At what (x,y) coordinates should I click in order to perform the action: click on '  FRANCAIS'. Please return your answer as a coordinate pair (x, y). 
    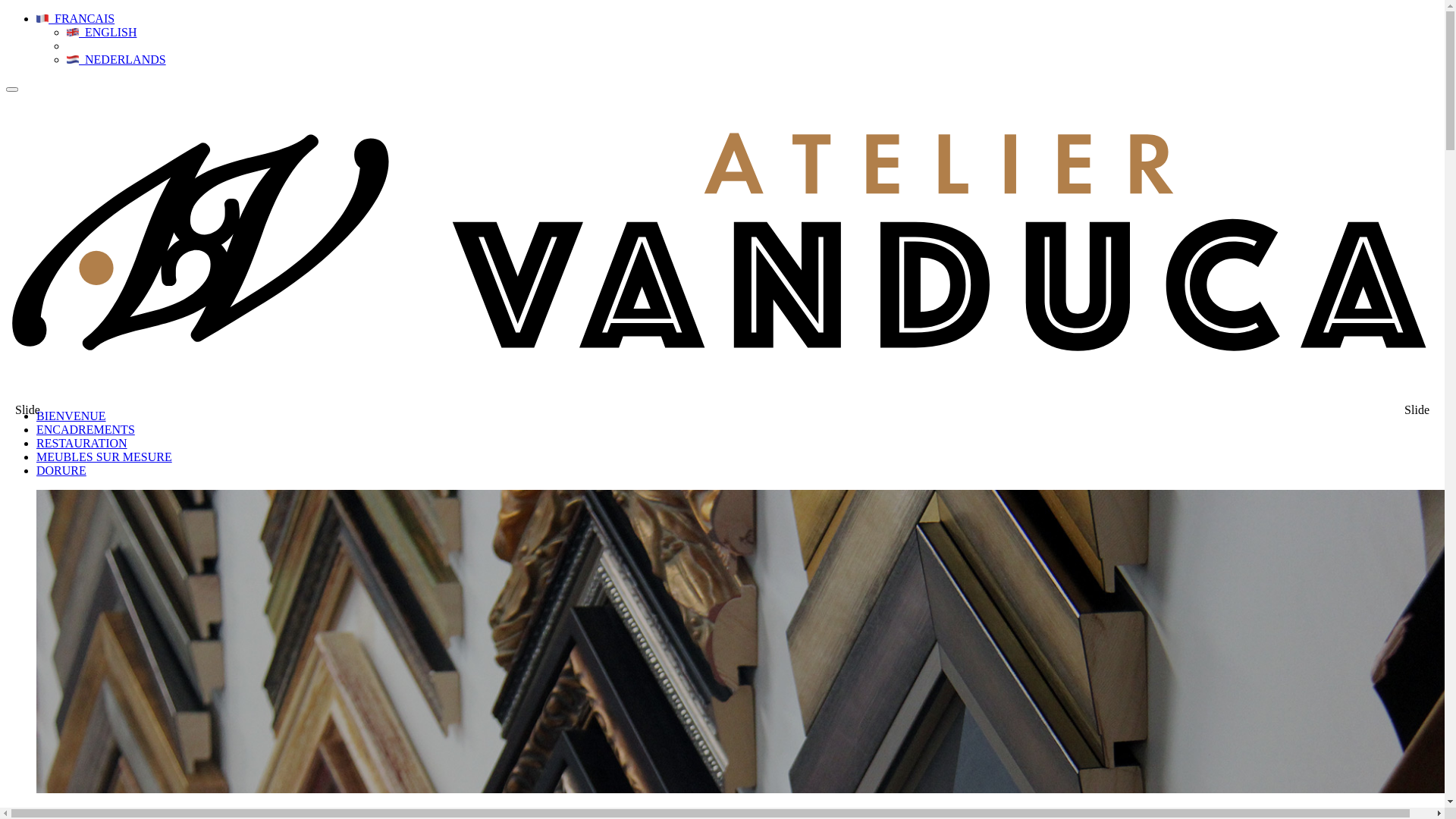
    Looking at the image, I should click on (74, 18).